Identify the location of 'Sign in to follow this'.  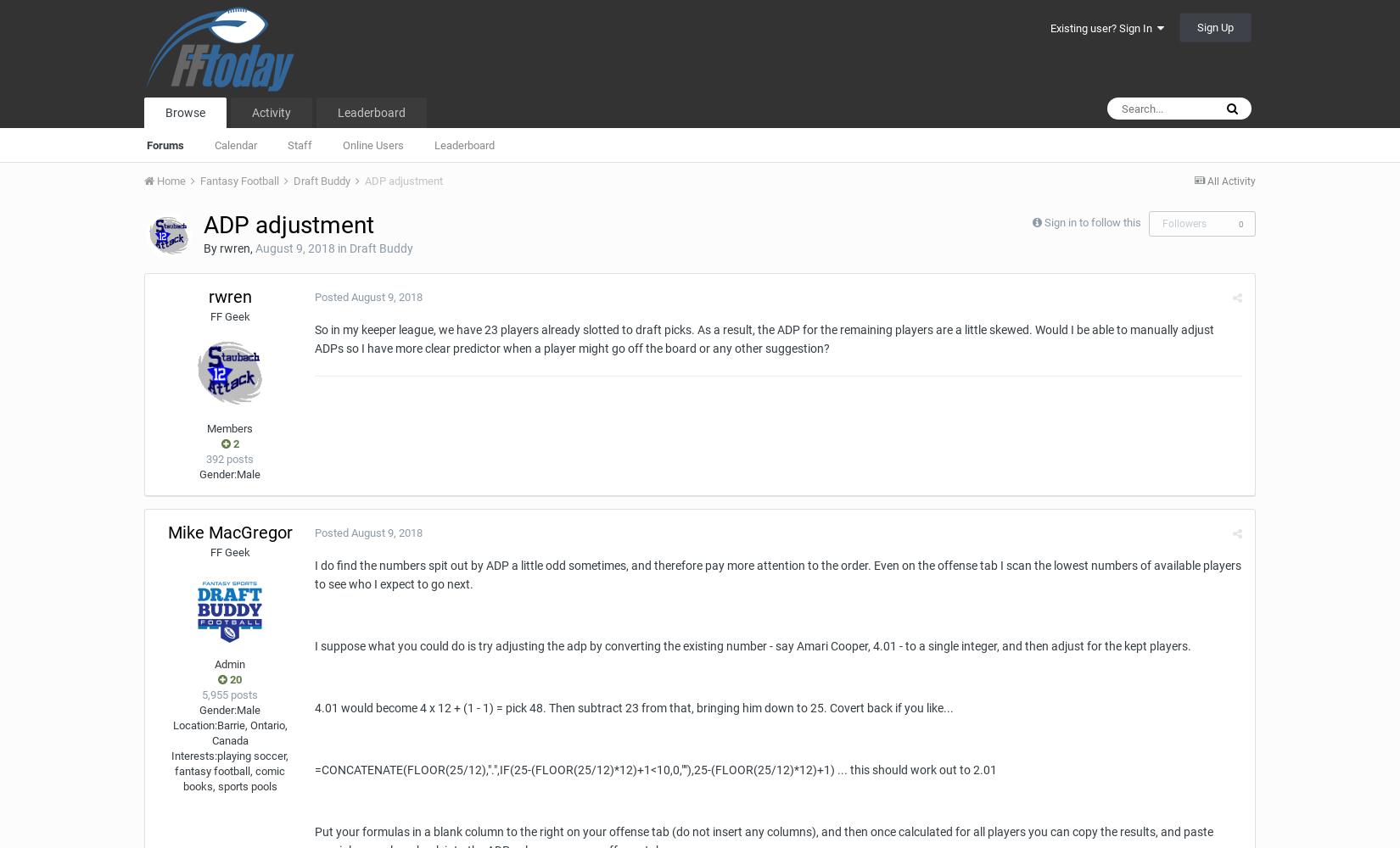
(1044, 222).